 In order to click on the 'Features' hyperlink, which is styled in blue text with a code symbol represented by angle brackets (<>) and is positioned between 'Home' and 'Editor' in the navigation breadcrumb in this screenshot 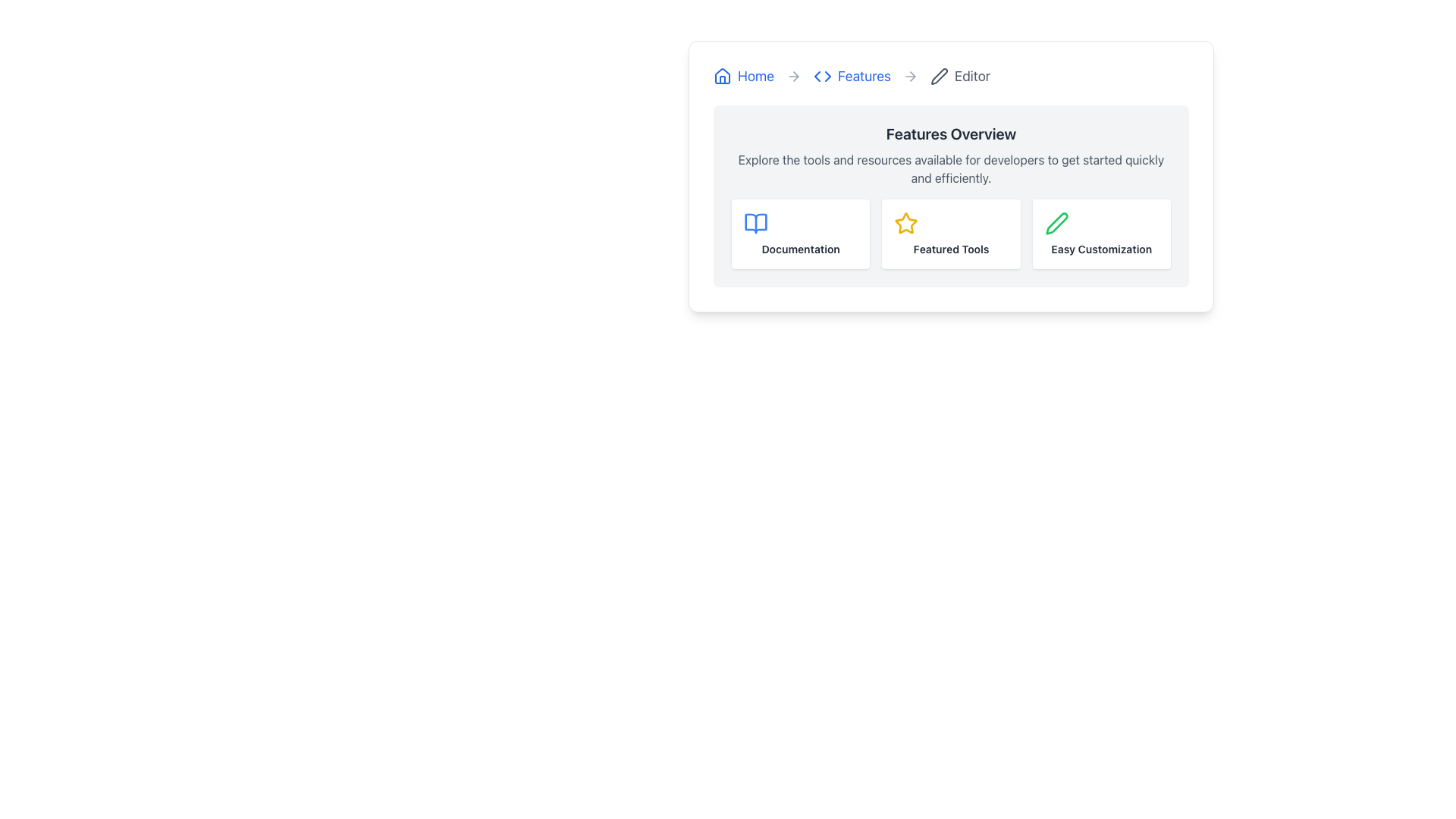, I will do `click(852, 76)`.